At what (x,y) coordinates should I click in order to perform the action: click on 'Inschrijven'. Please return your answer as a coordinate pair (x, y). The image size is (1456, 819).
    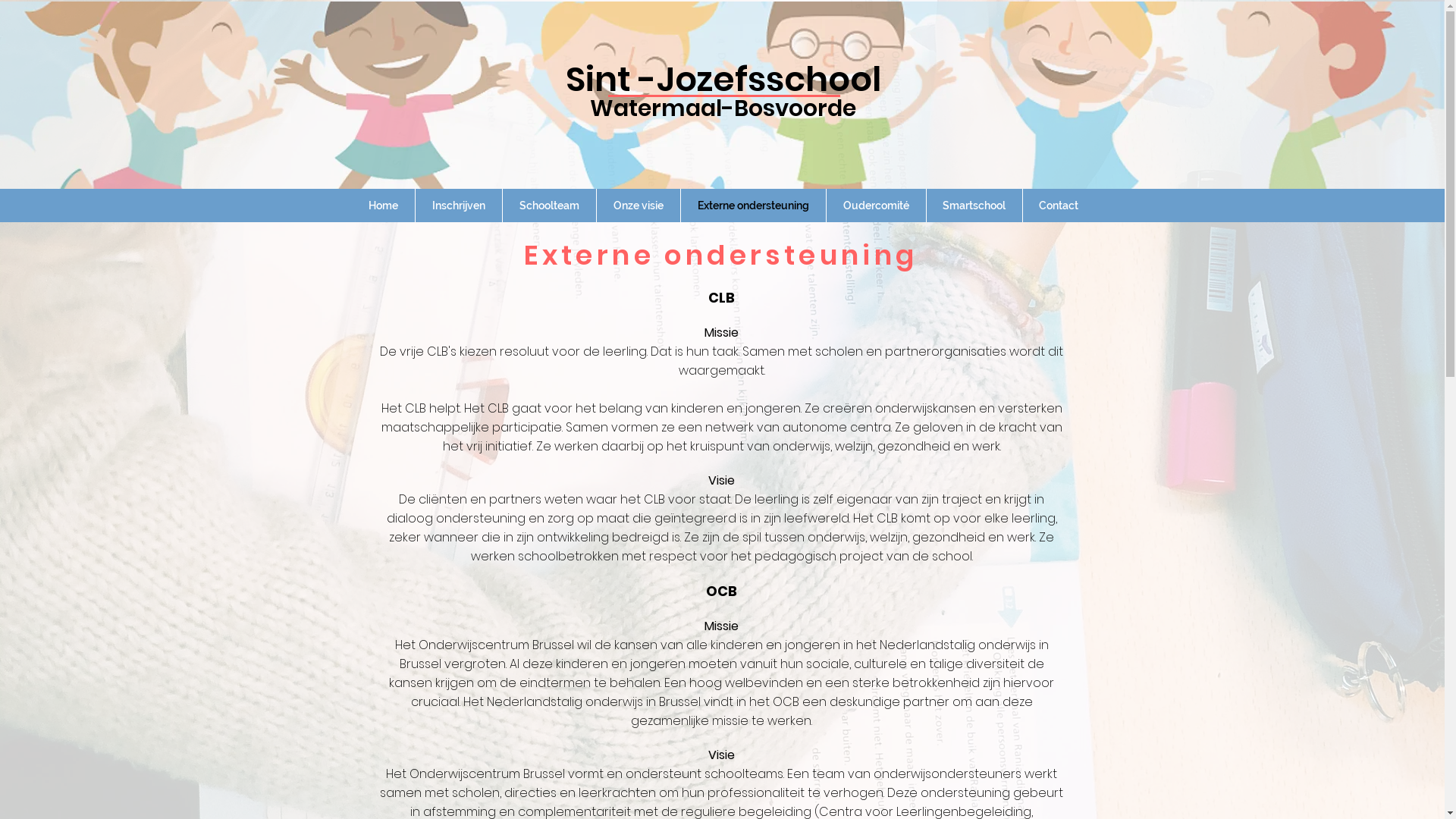
    Looking at the image, I should click on (457, 205).